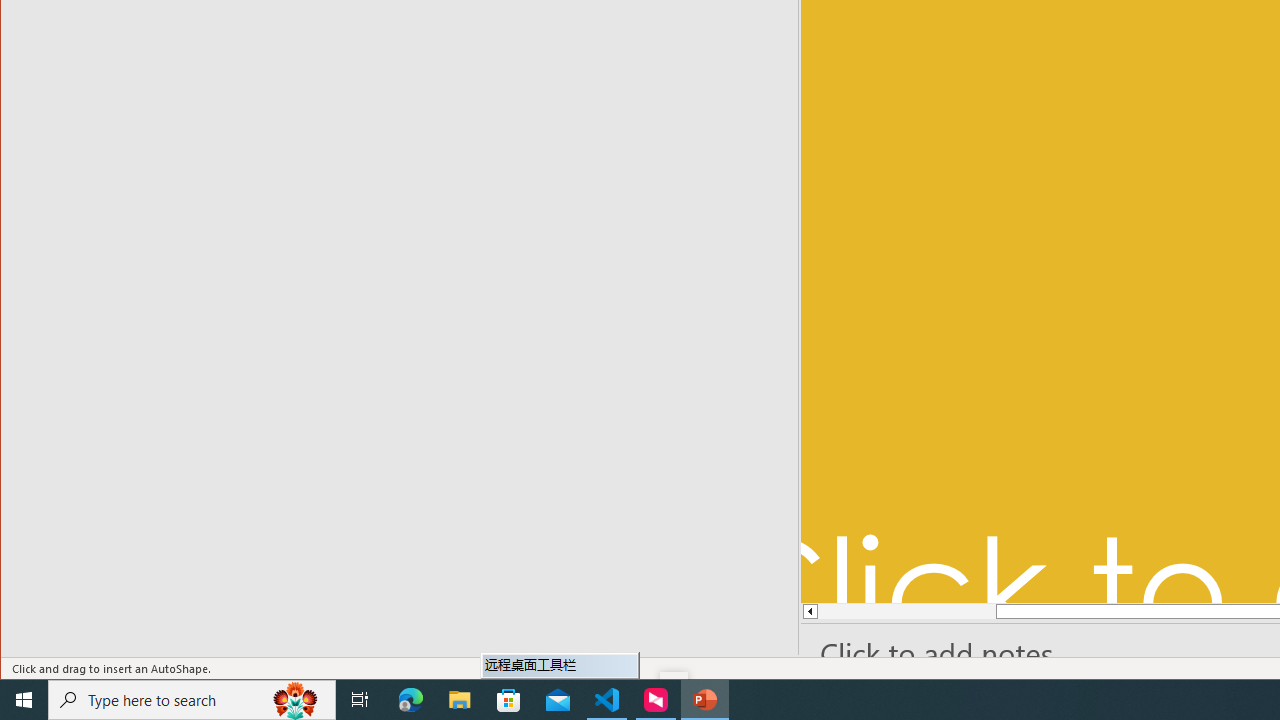 The image size is (1280, 720). Describe the element at coordinates (509, 698) in the screenshot. I see `'Microsoft Store'` at that location.